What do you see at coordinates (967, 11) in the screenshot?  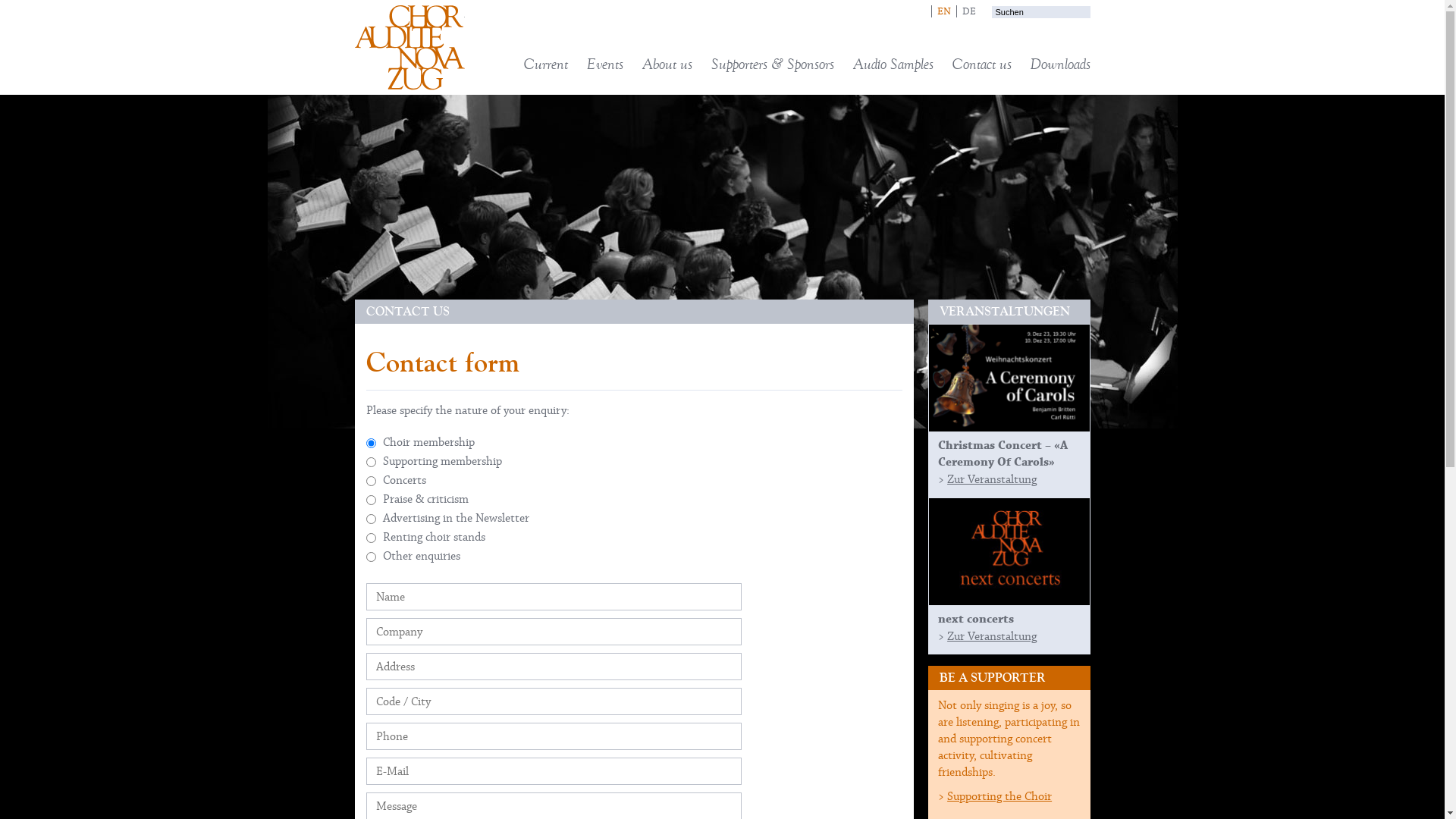 I see `'DE'` at bounding box center [967, 11].